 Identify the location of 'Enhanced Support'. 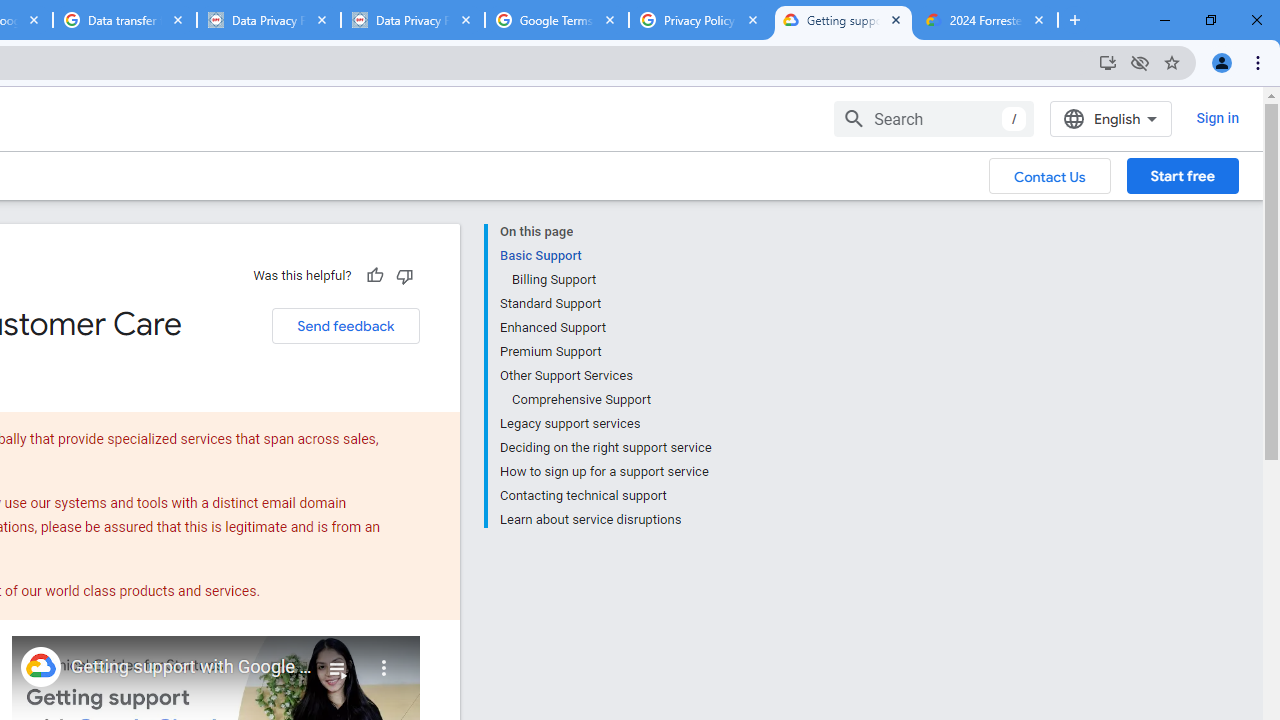
(604, 326).